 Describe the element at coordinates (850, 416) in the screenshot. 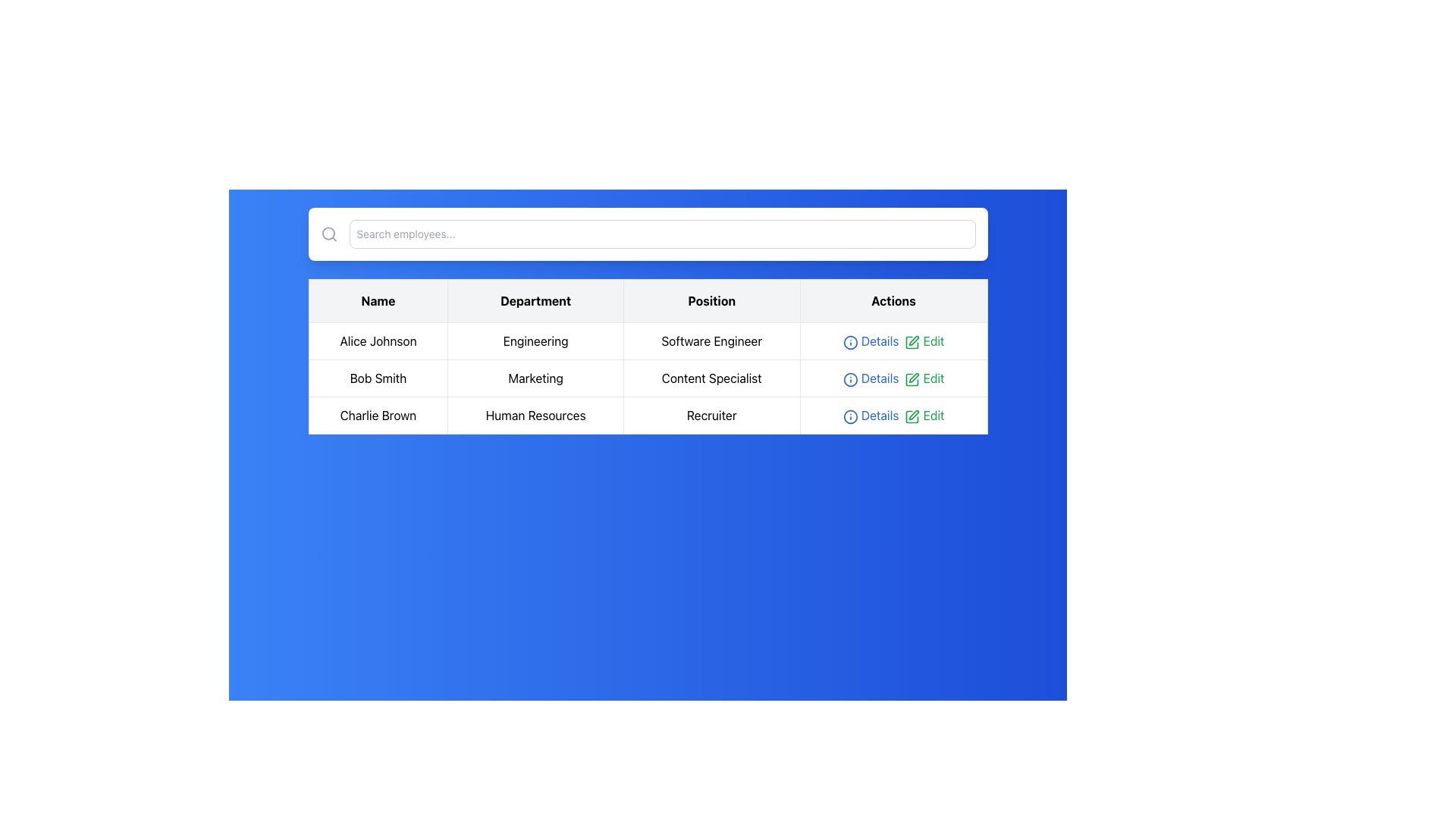

I see `informational Circle SVG graphical element located within the 'Actions' column of the third row of the data table, adjacent to the 'Details' text` at that location.